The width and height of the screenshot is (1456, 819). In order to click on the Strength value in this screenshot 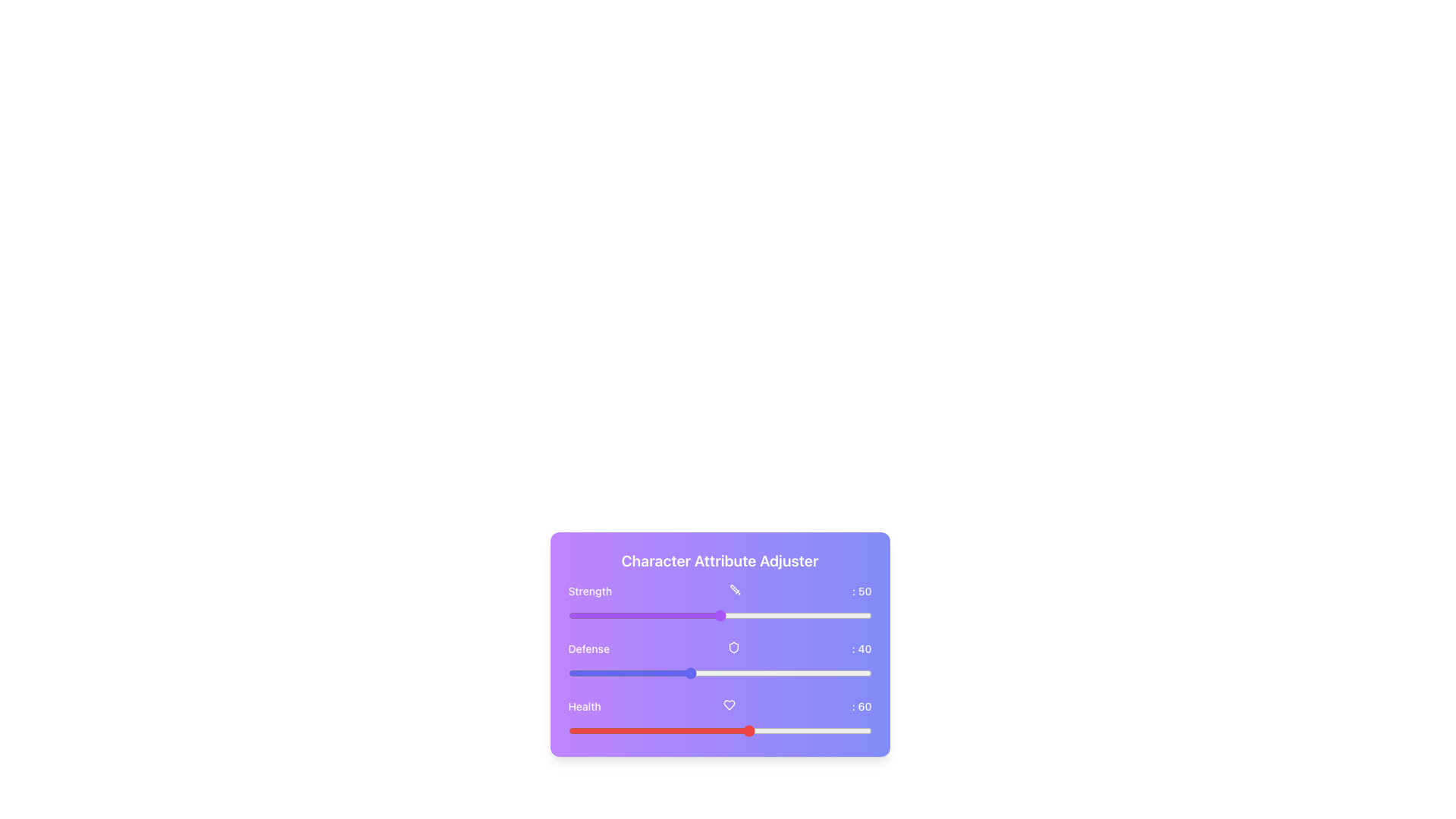, I will do `click(853, 616)`.